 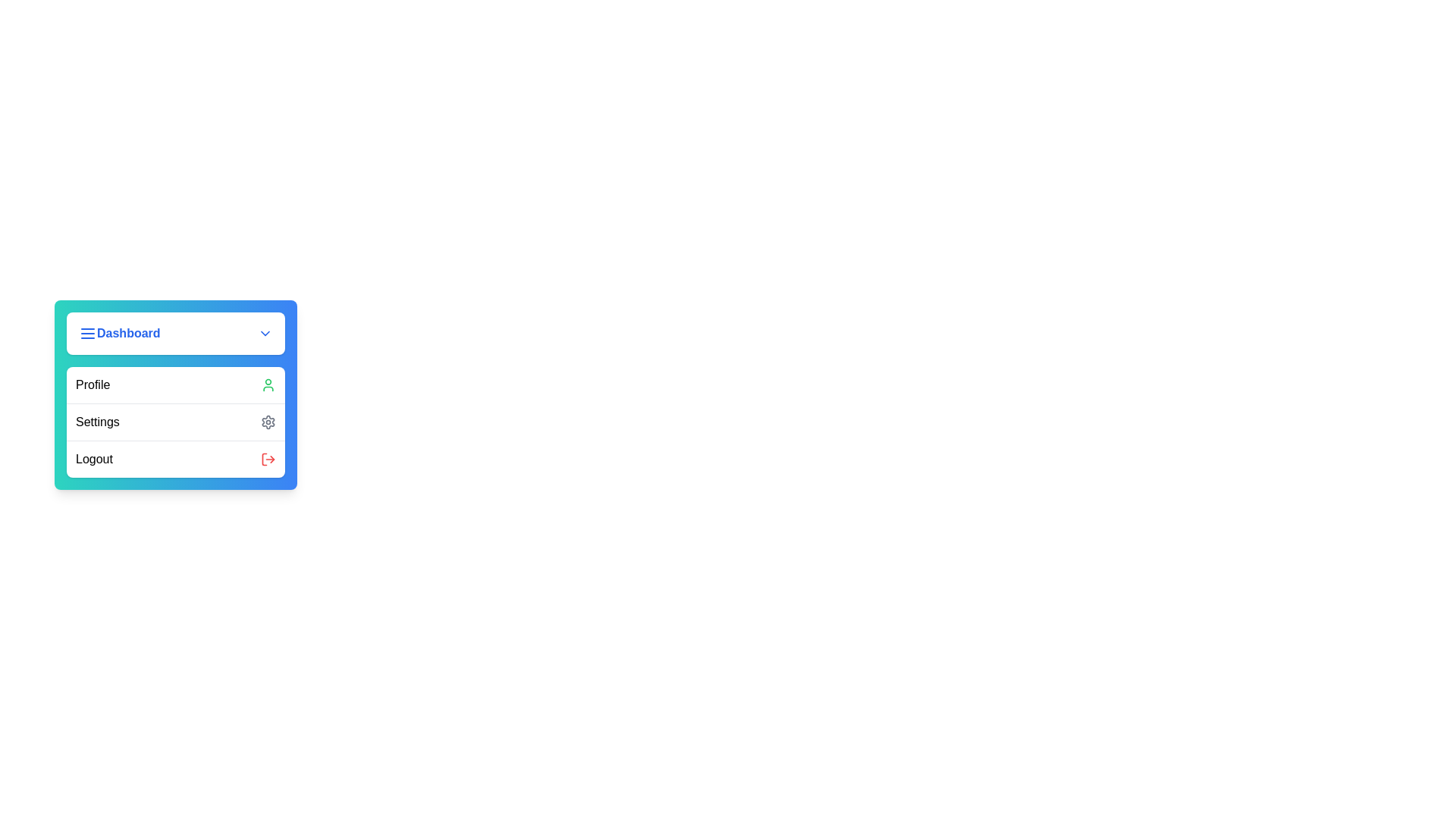 I want to click on the 'Profile' option in the dropdown menu, so click(x=175, y=384).